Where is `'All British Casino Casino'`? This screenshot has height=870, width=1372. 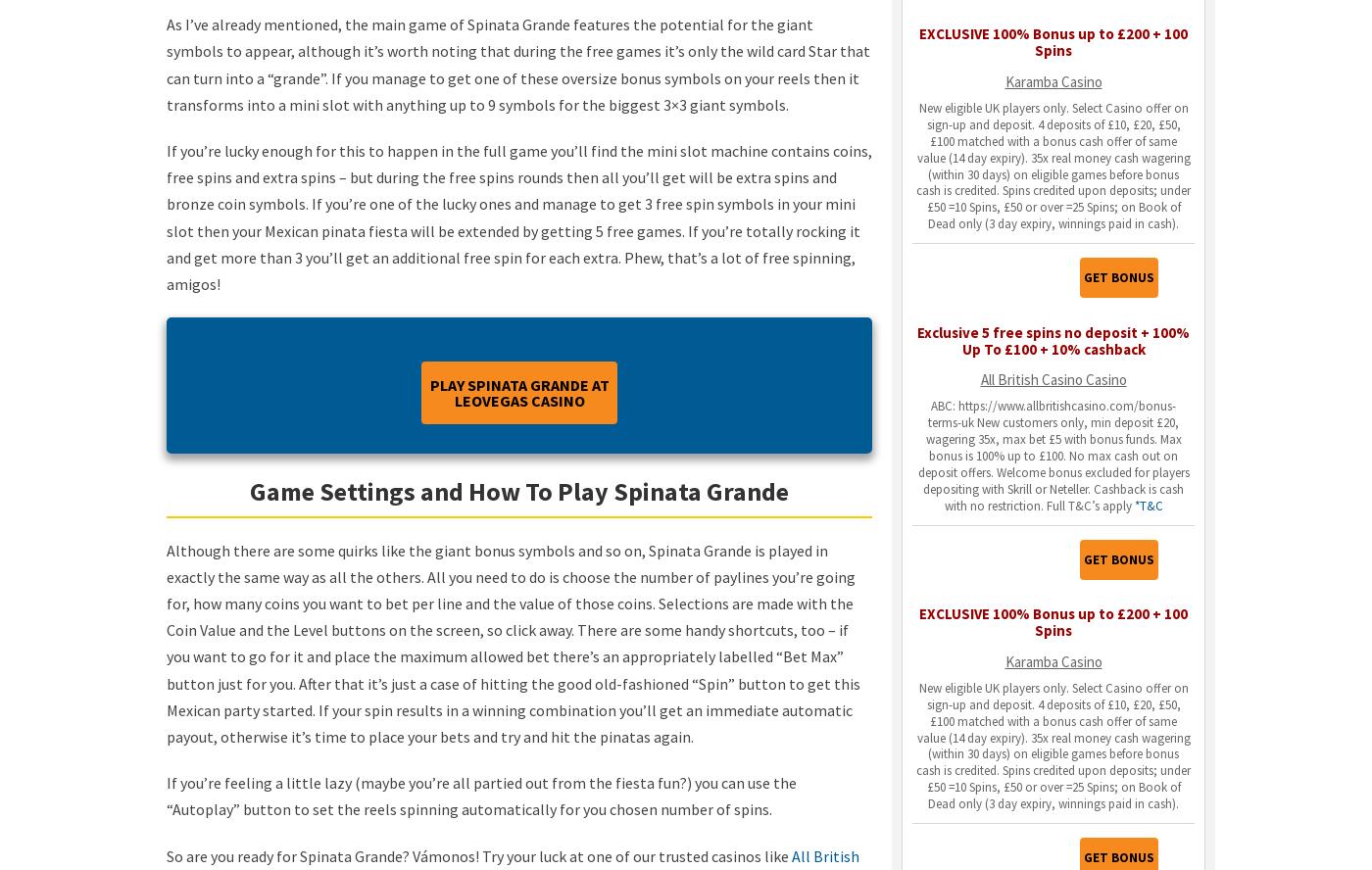
'All British Casino Casino' is located at coordinates (1053, 379).